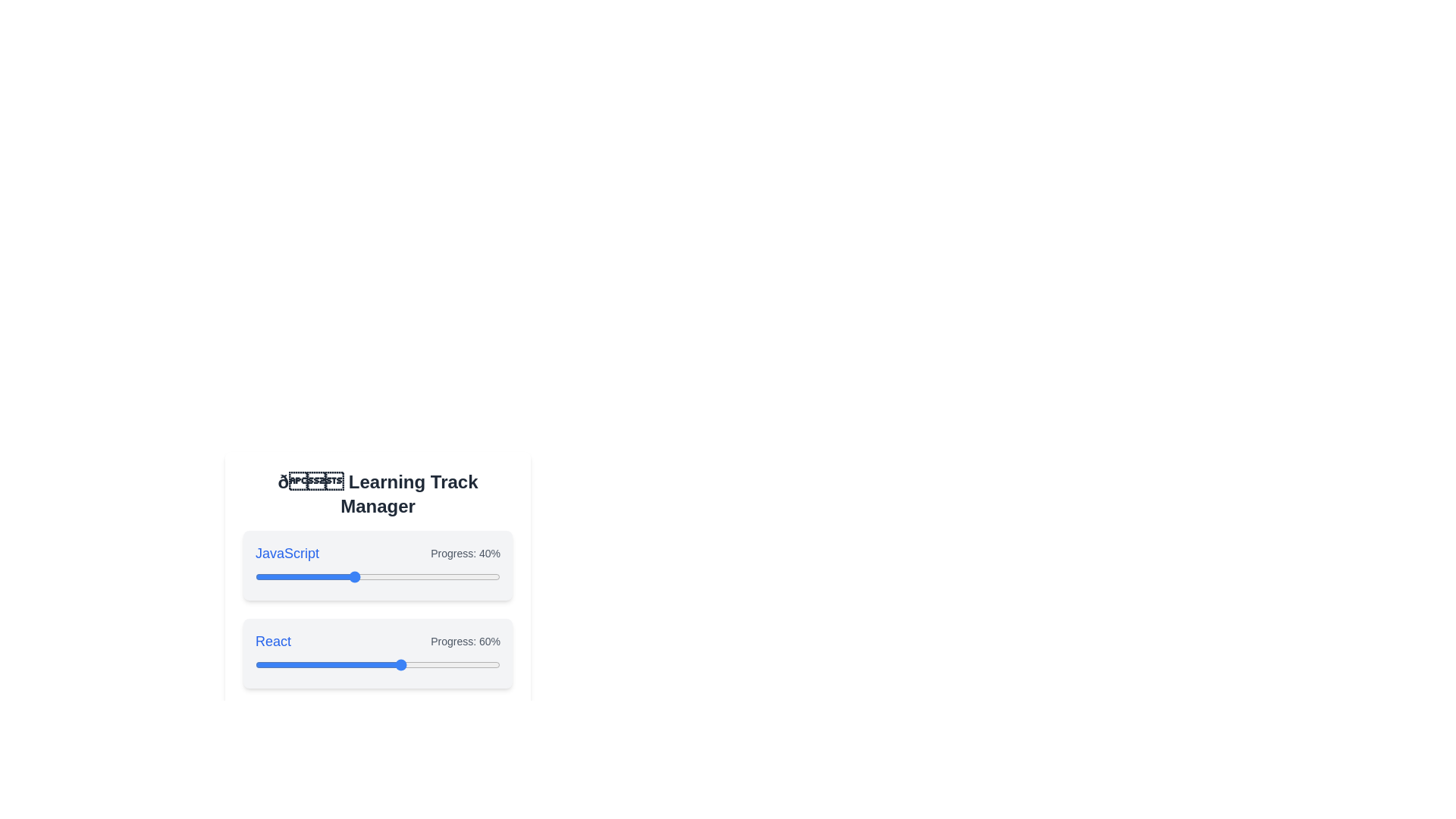 The height and width of the screenshot is (819, 1456). I want to click on the prominent blue text label 'JavaScript', so click(287, 553).